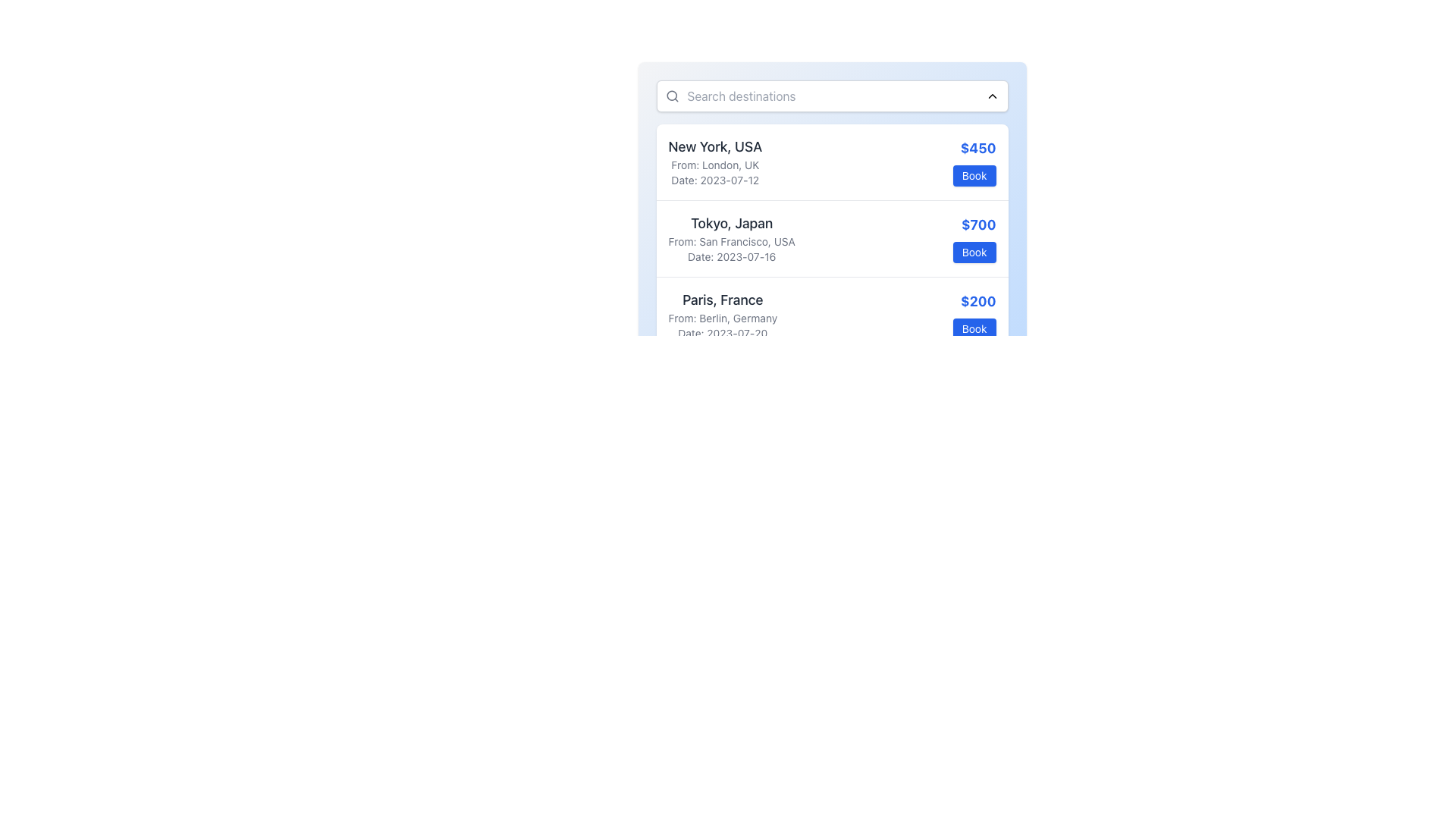 The height and width of the screenshot is (819, 1456). I want to click on the text displaying the monetary value '$700', which is located in the second row of the travel destinations list, to the right of the 'Book' button, so click(974, 225).